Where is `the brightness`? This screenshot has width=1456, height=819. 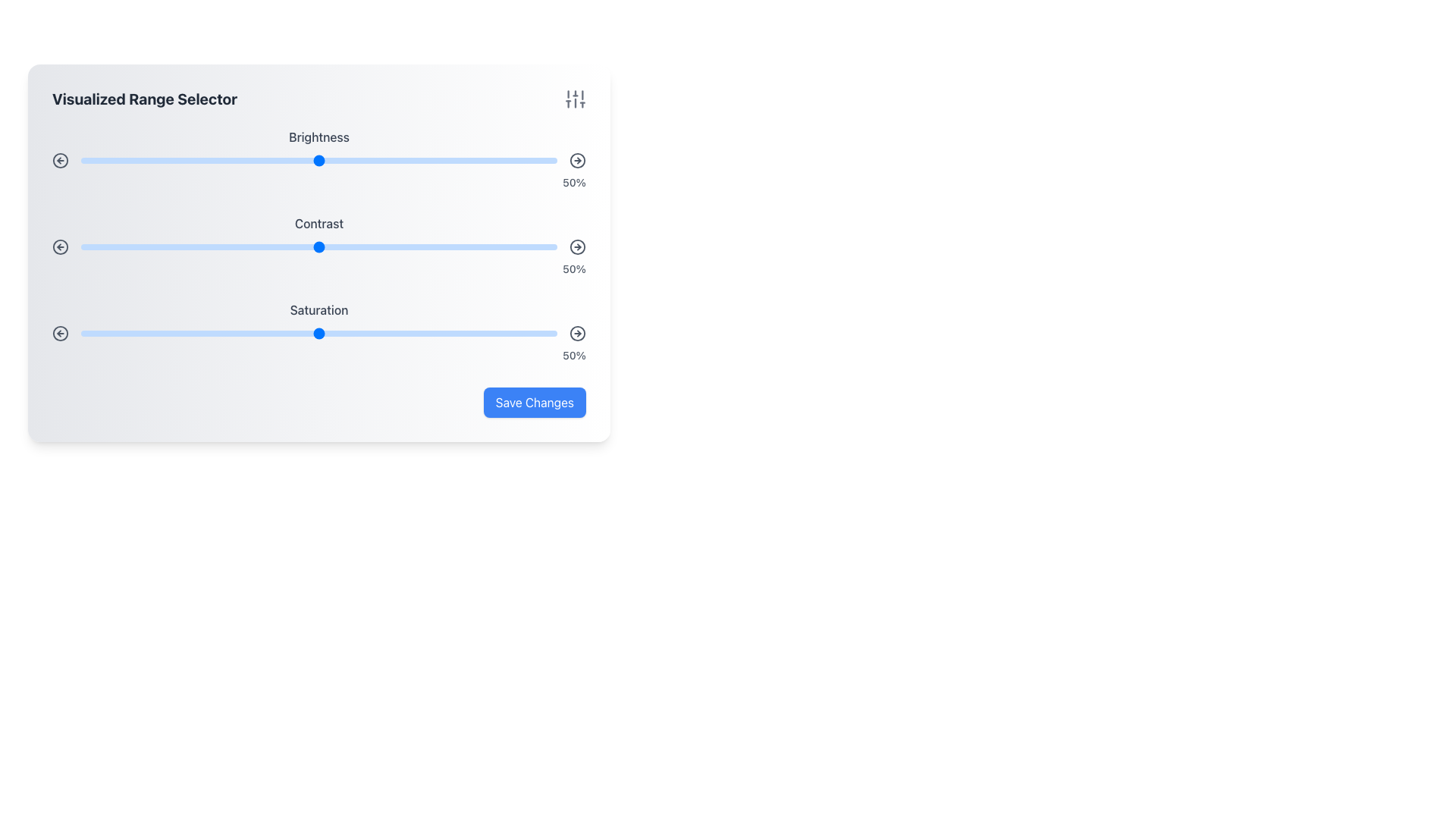 the brightness is located at coordinates (361, 161).